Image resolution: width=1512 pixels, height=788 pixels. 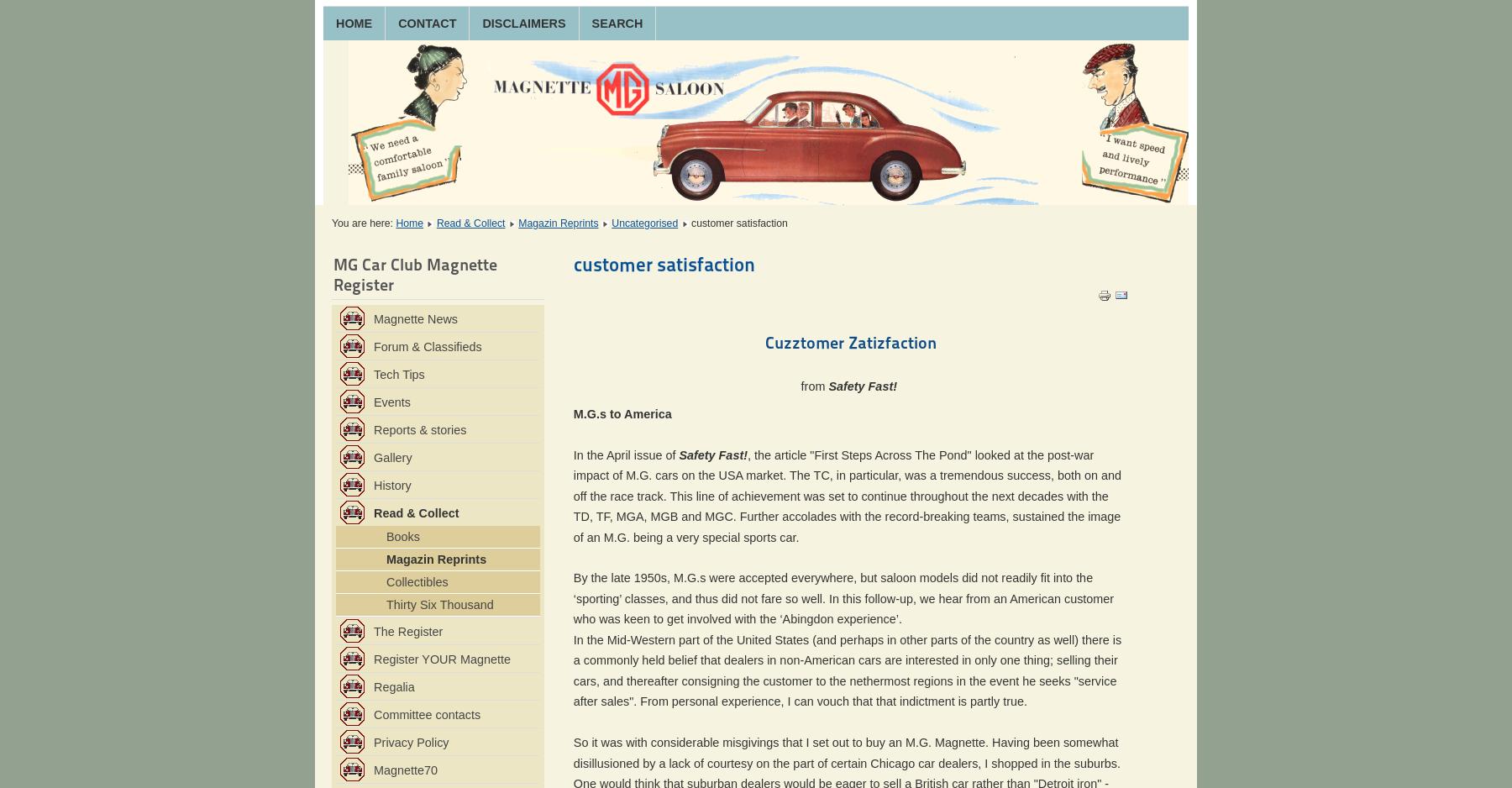 I want to click on 'History', so click(x=391, y=484).